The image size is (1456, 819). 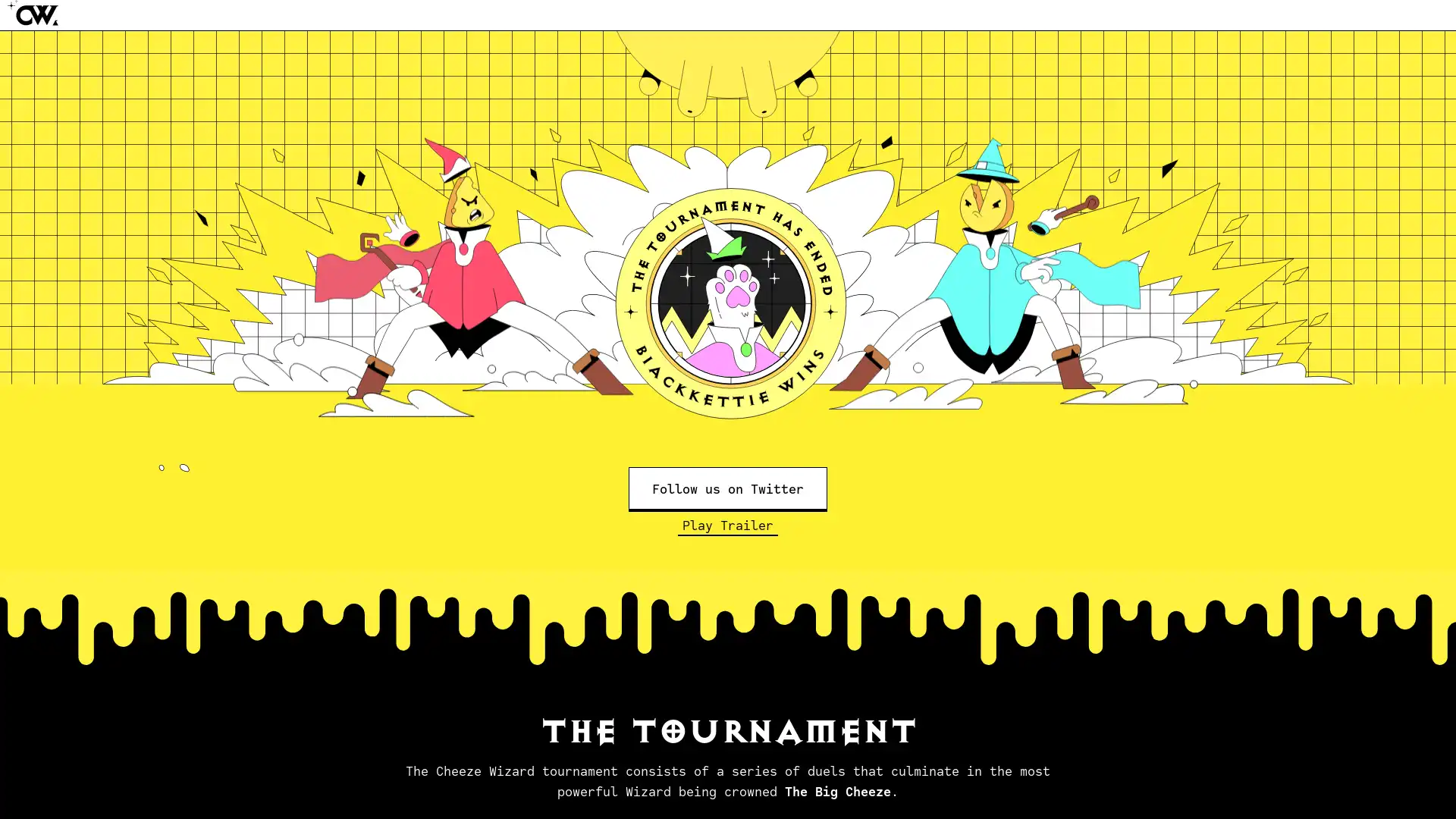 What do you see at coordinates (728, 526) in the screenshot?
I see `Play Trailer` at bounding box center [728, 526].